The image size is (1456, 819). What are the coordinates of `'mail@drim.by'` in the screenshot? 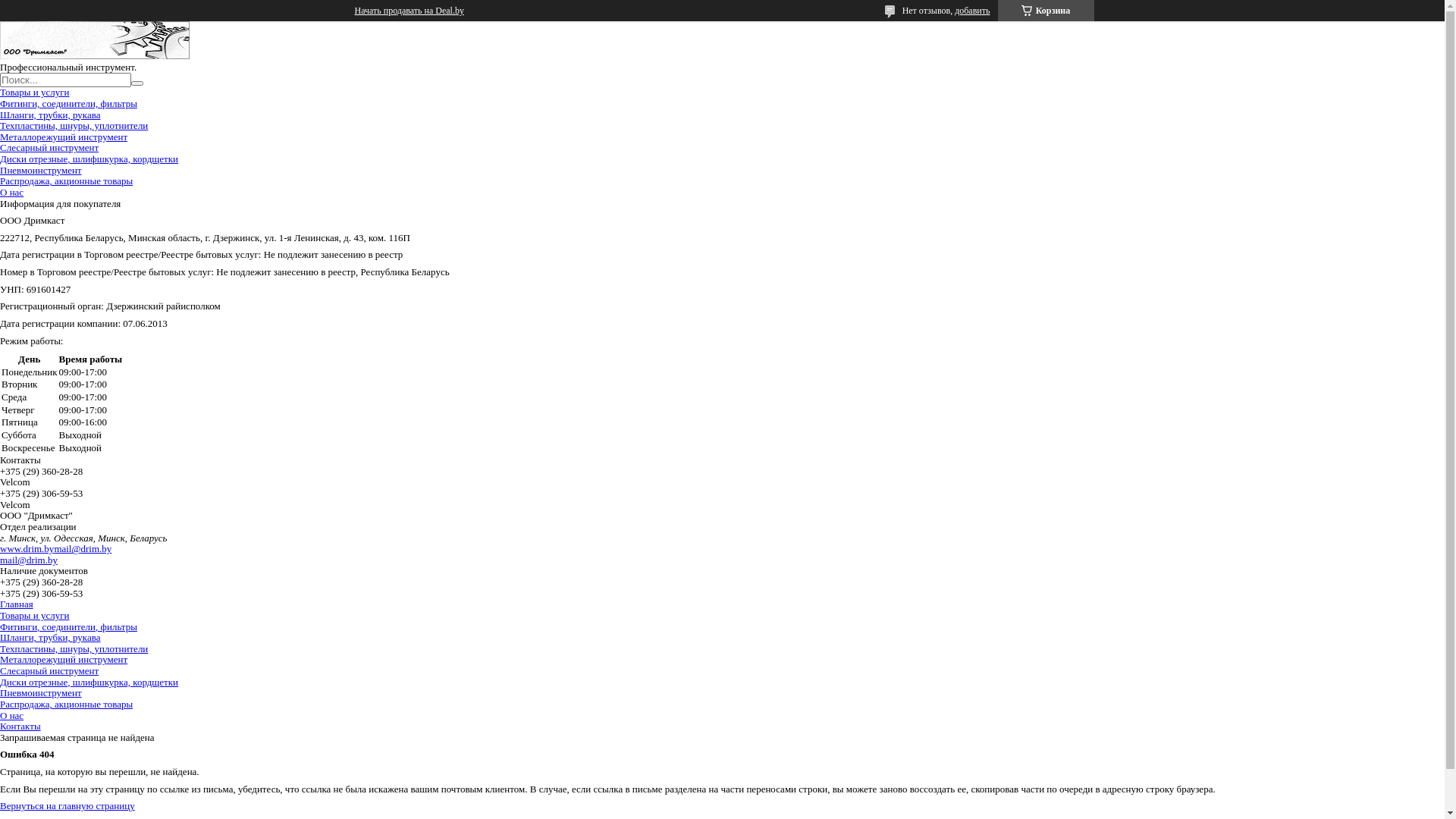 It's located at (54, 548).